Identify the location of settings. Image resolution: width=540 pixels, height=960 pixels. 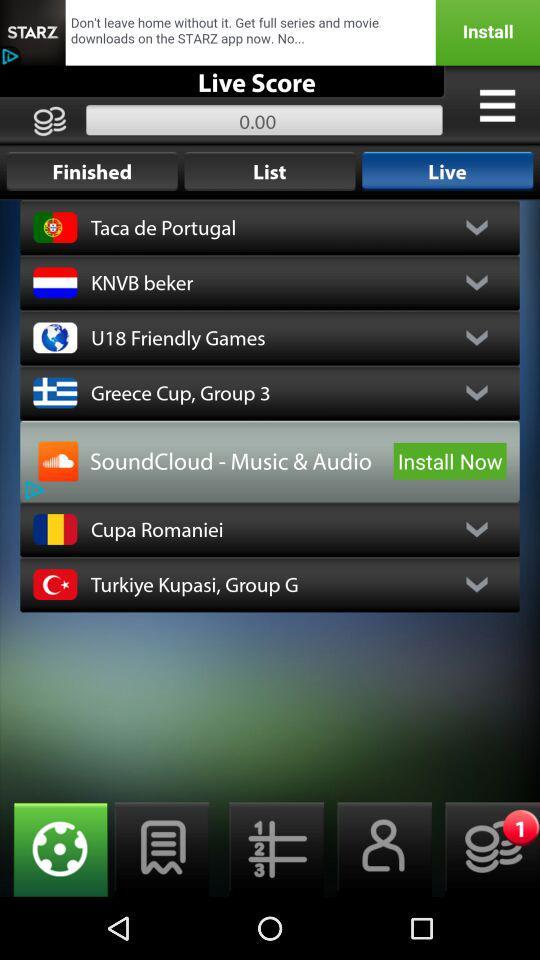
(54, 848).